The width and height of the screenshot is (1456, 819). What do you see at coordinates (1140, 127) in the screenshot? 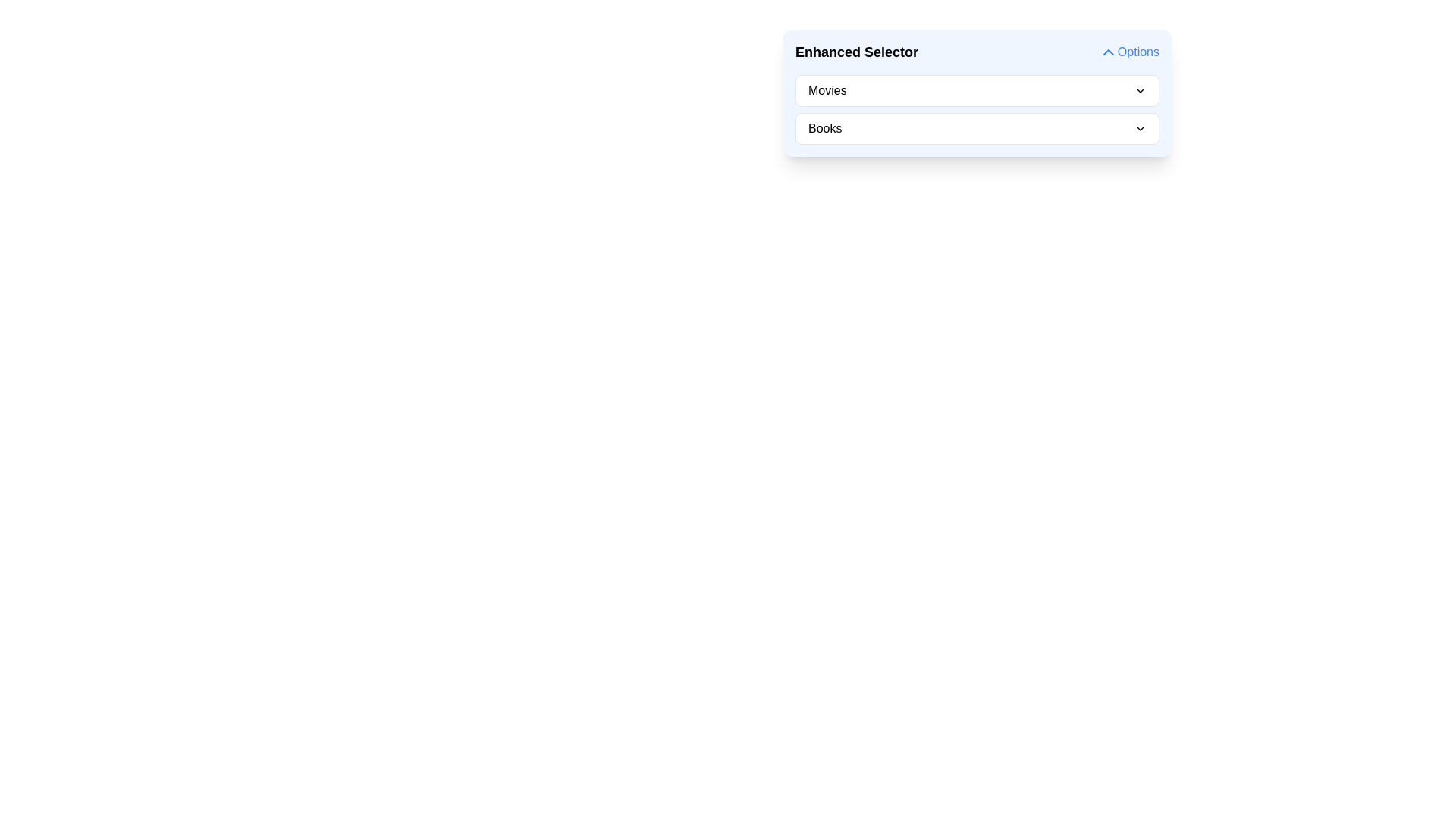
I see `the downward-facing chevron icon located at the far right of the 'Books' button` at bounding box center [1140, 127].